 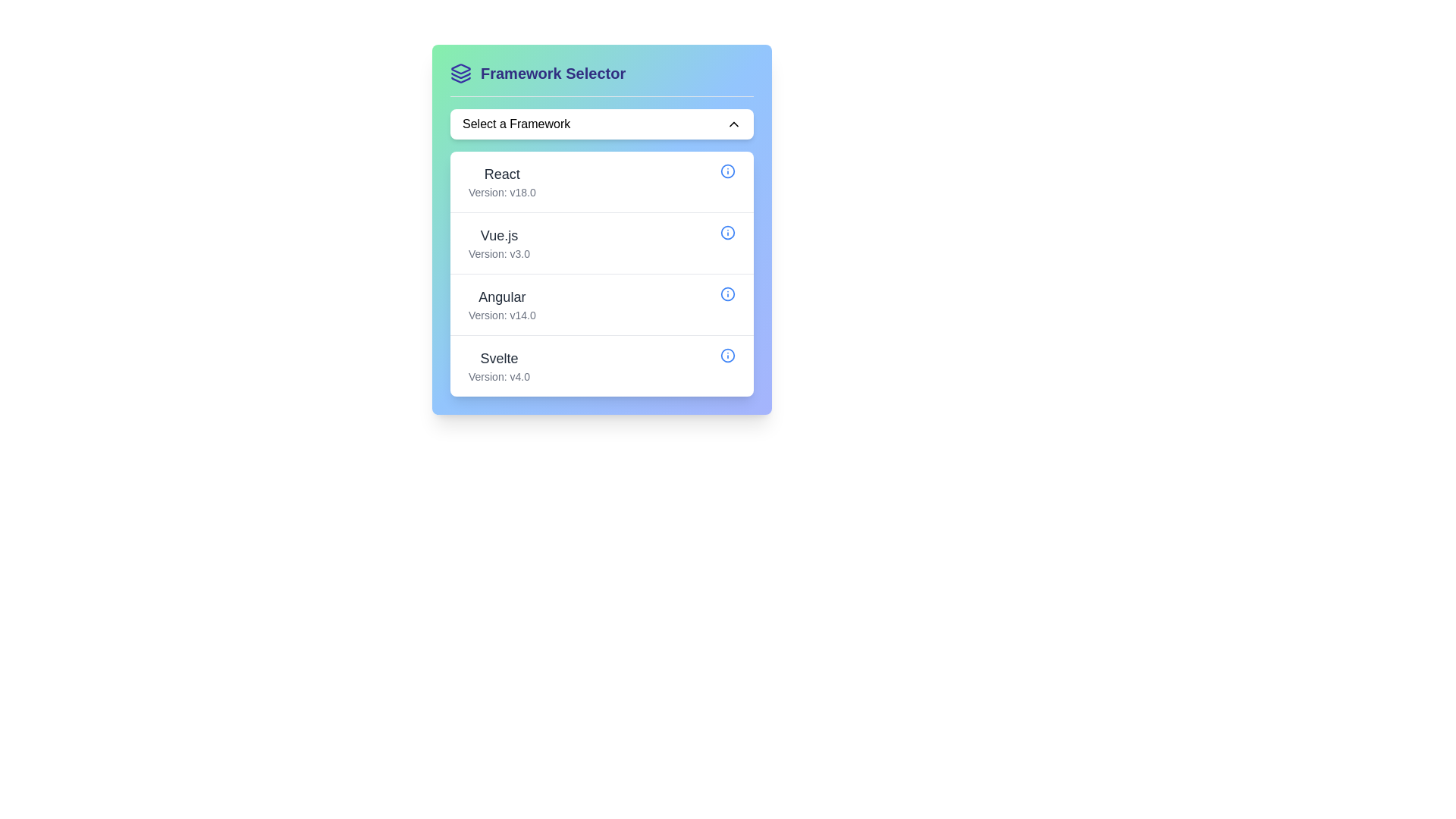 What do you see at coordinates (601, 230) in the screenshot?
I see `the second list item that represents a framework option, which has a gradient background transitioning from green to purple` at bounding box center [601, 230].